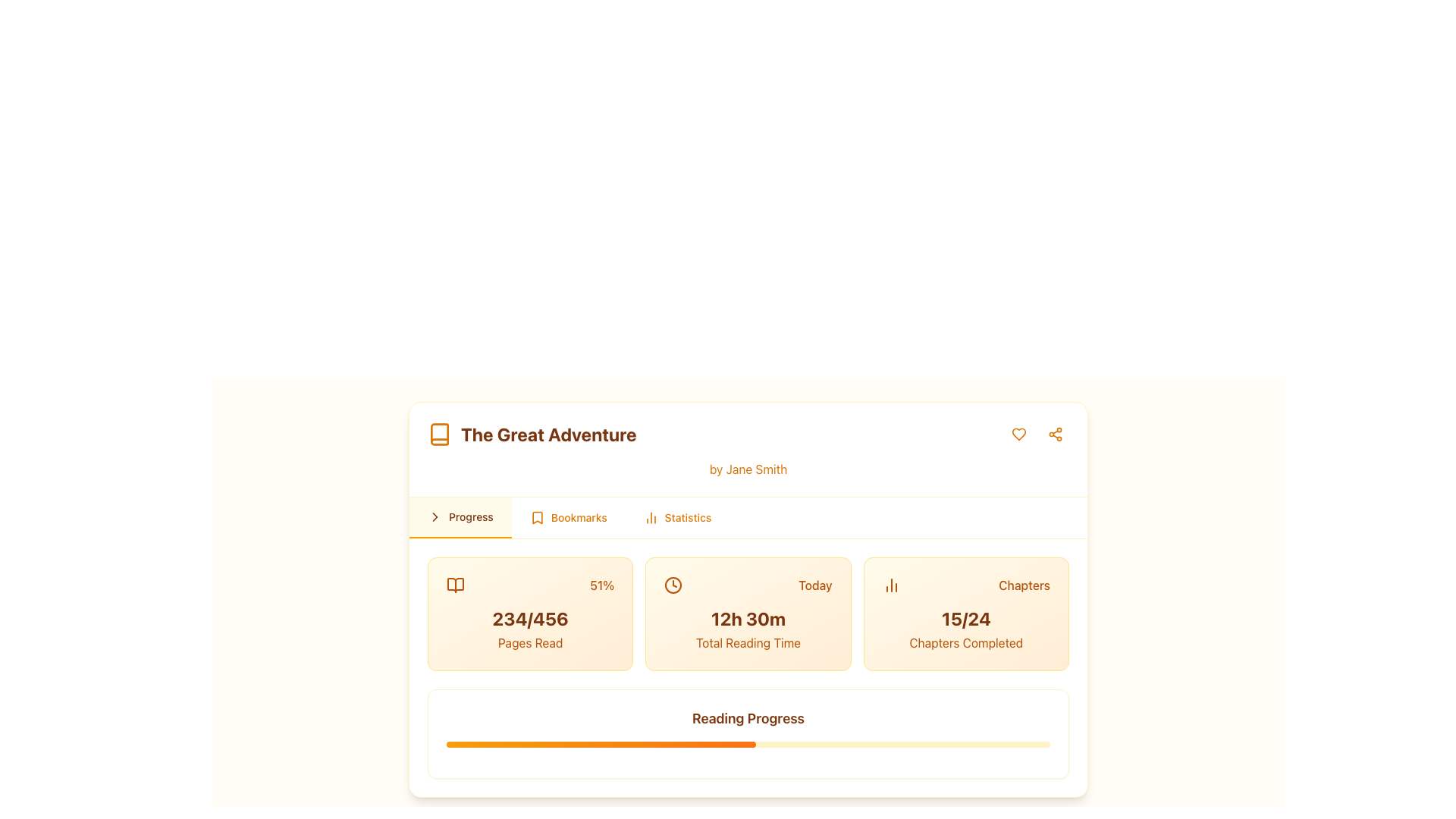 The width and height of the screenshot is (1456, 819). I want to click on the descriptive Text label located at the bottom of the rectangular card in the second column of progress statistics, which clarifies the meaning of the associated numerical values, so click(530, 643).